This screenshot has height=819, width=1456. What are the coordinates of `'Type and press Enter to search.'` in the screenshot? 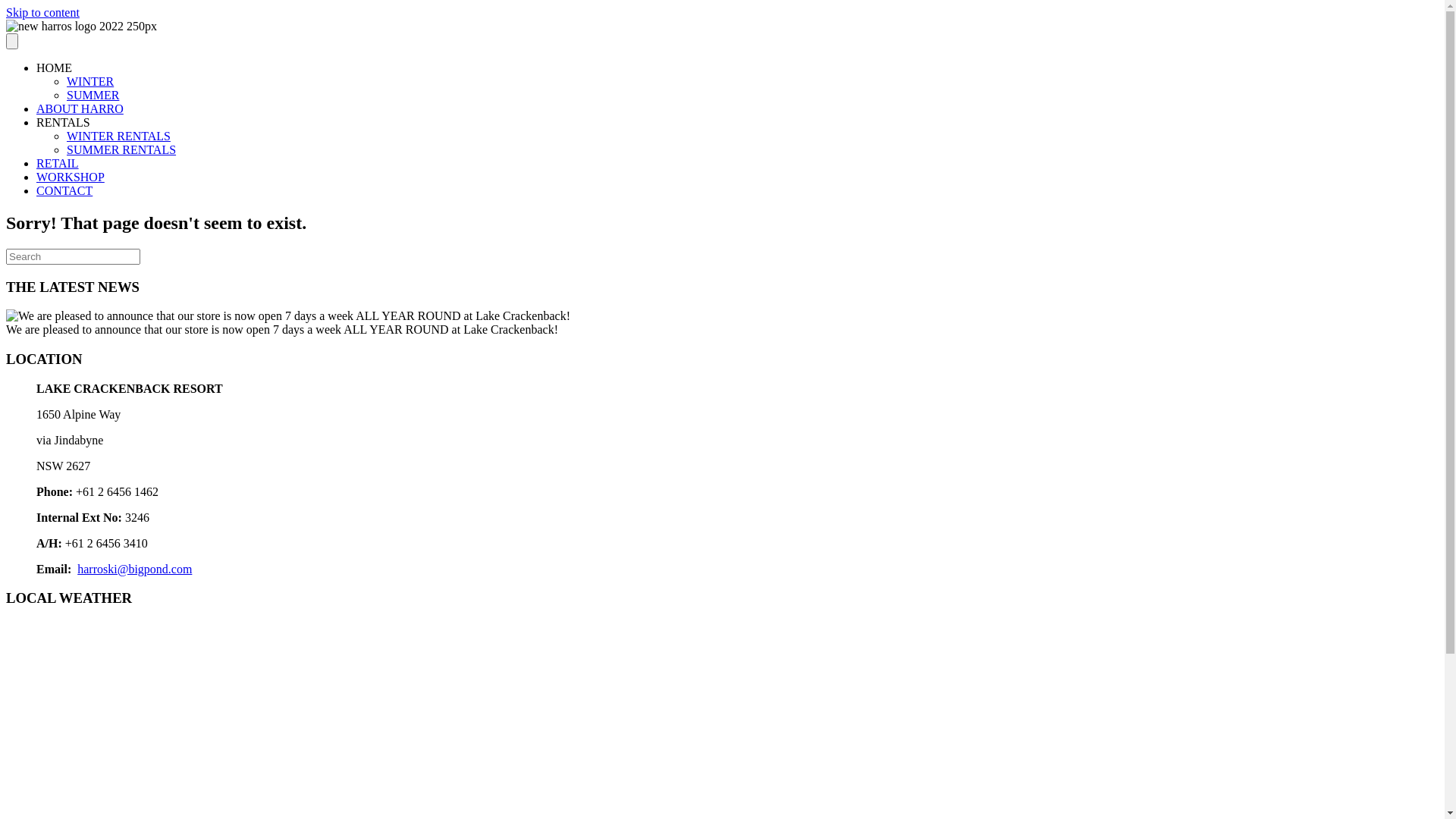 It's located at (721, 256).